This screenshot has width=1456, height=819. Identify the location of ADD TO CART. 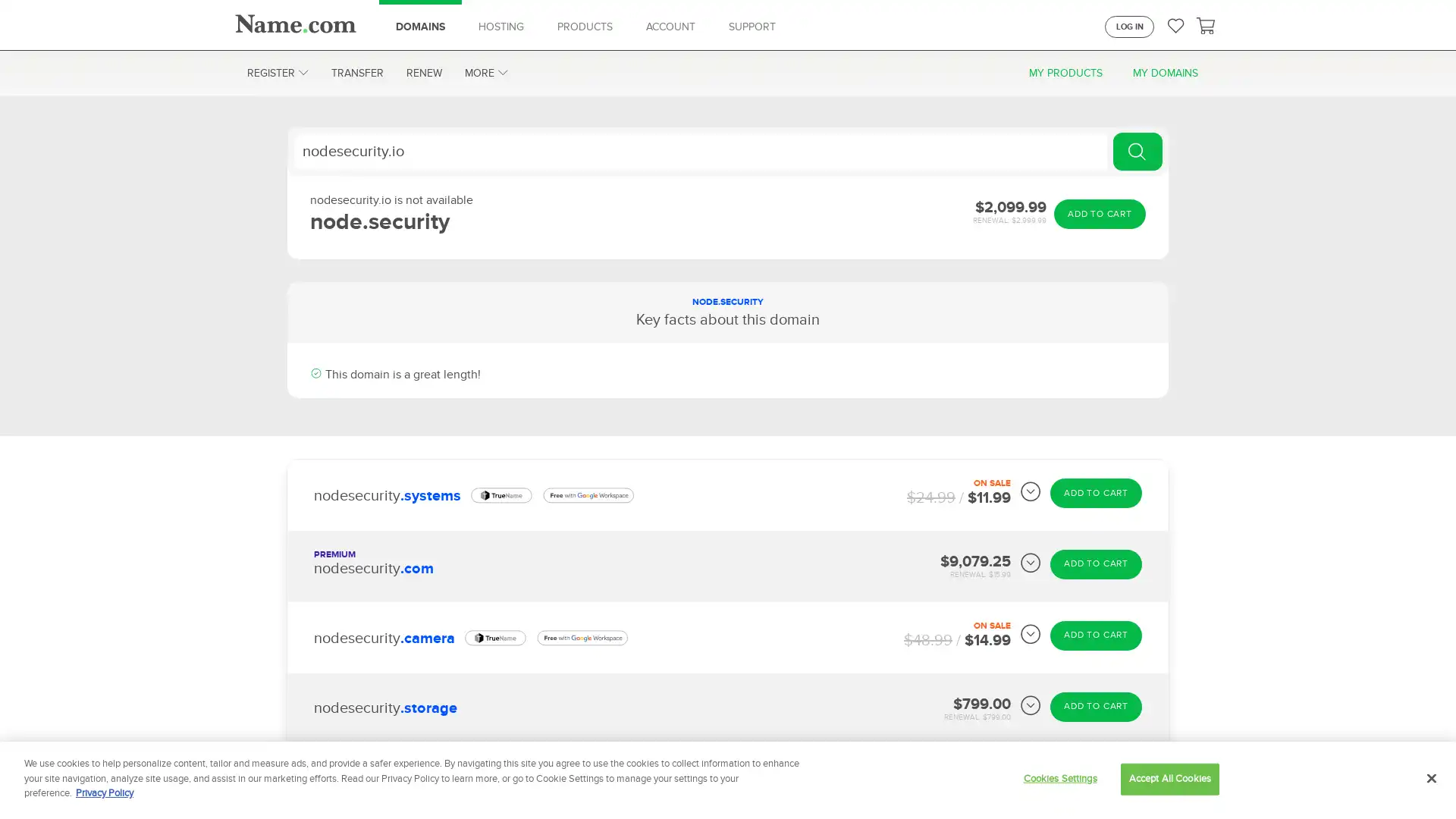
(1096, 564).